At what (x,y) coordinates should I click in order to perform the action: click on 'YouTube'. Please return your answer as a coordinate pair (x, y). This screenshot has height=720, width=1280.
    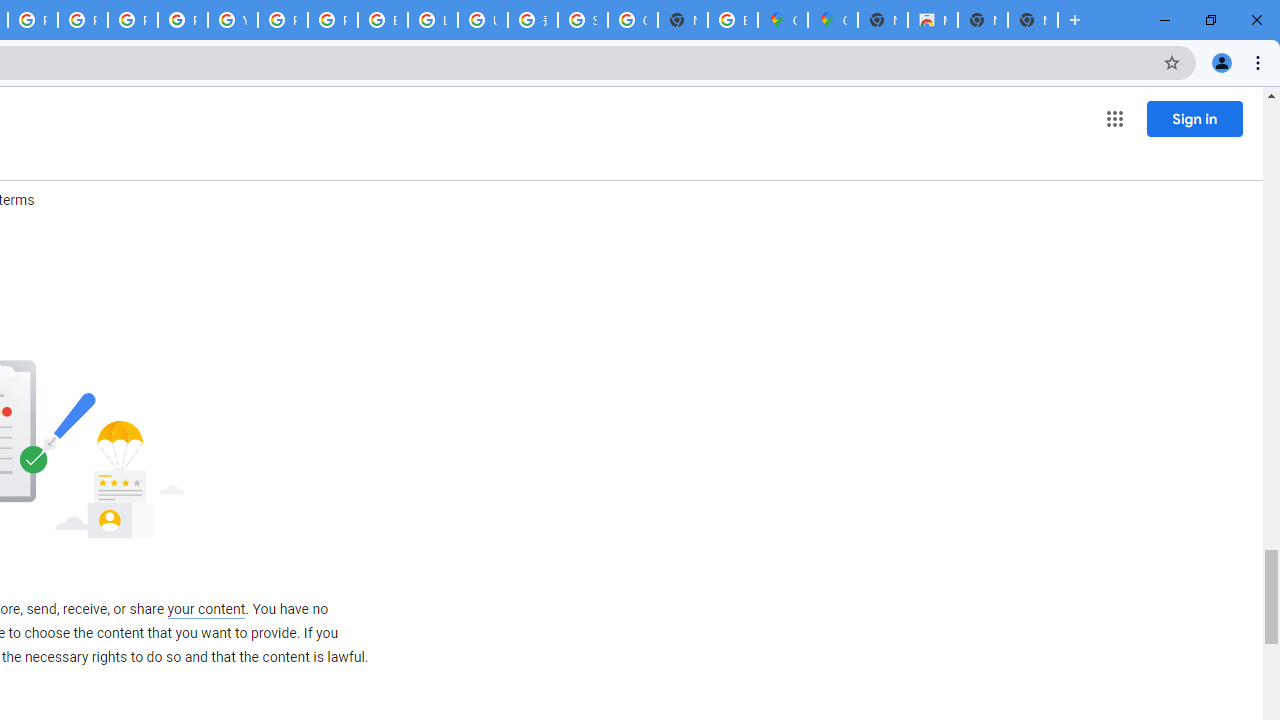
    Looking at the image, I should click on (232, 20).